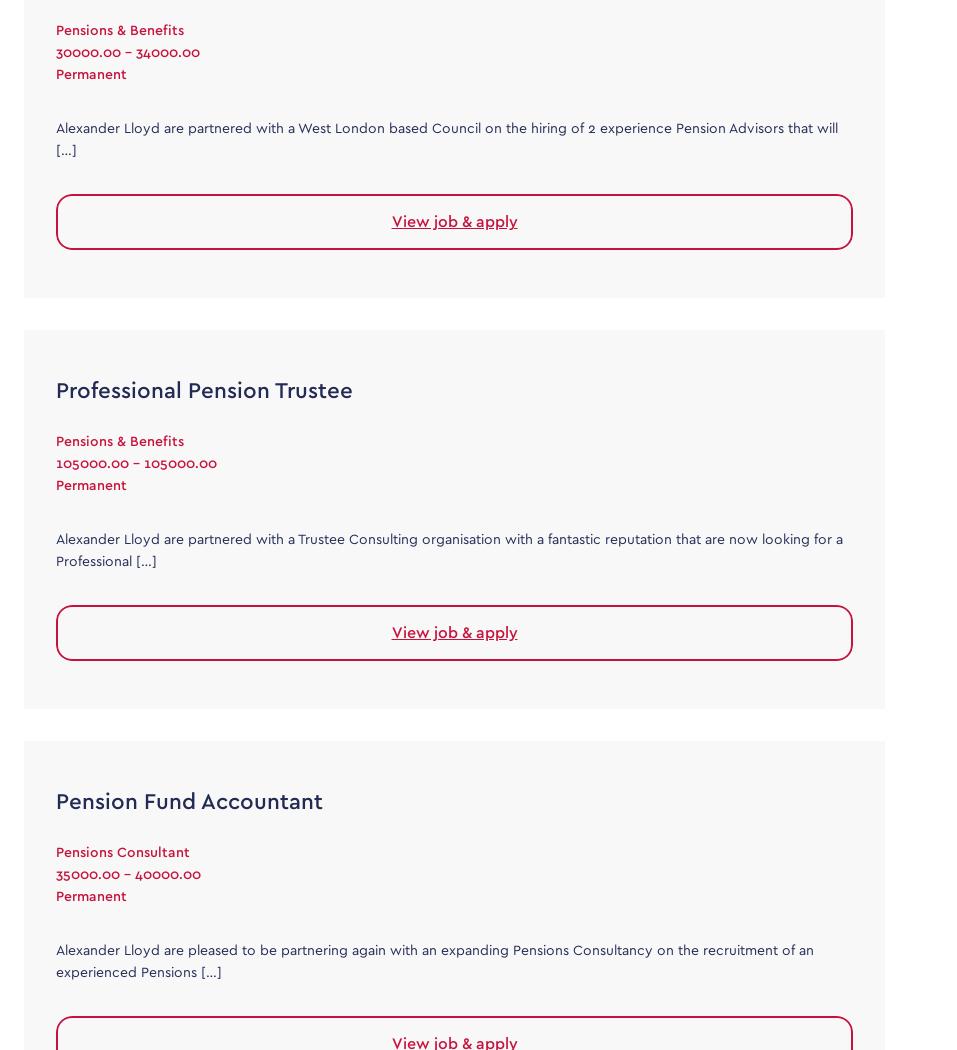  I want to click on 'Alexander Lloyd are partnered with a West London based Council on the hiring of 2 experience Pension Advisors that will […]', so click(54, 138).